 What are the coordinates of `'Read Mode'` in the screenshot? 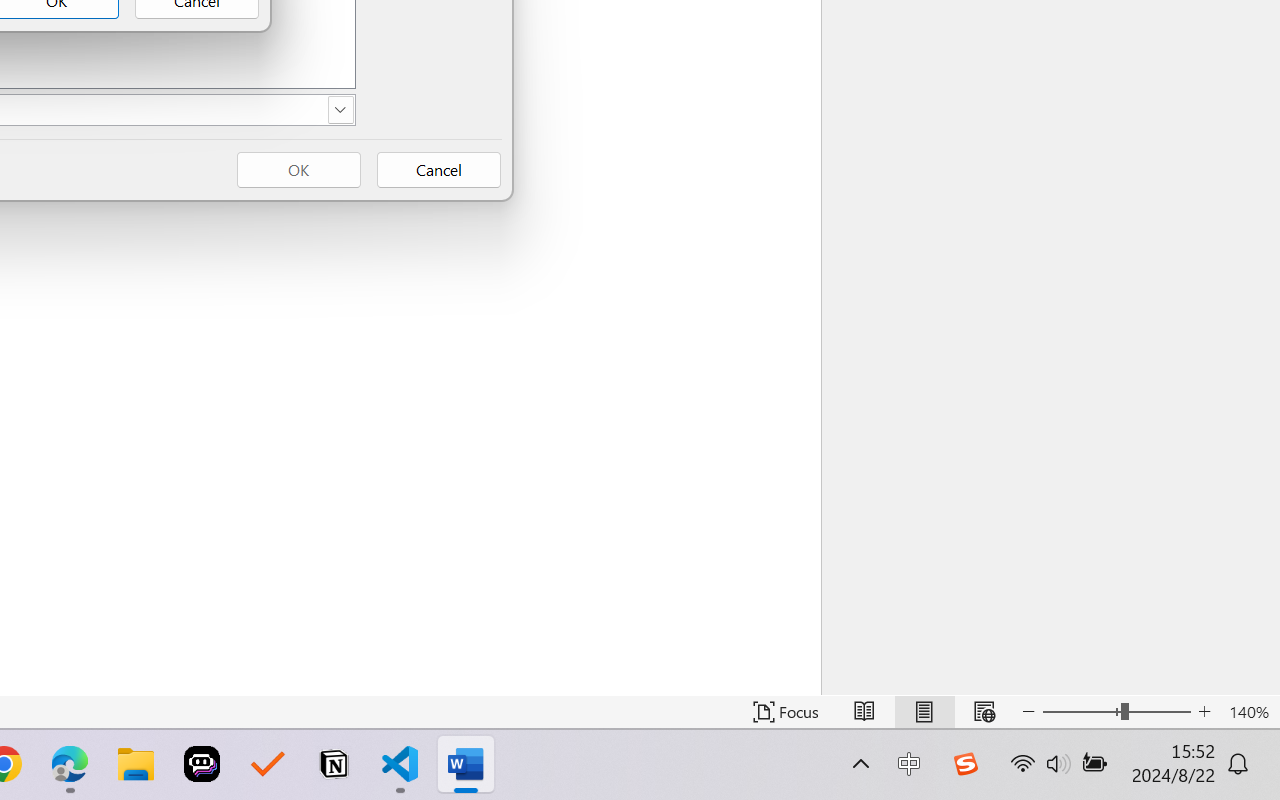 It's located at (864, 711).